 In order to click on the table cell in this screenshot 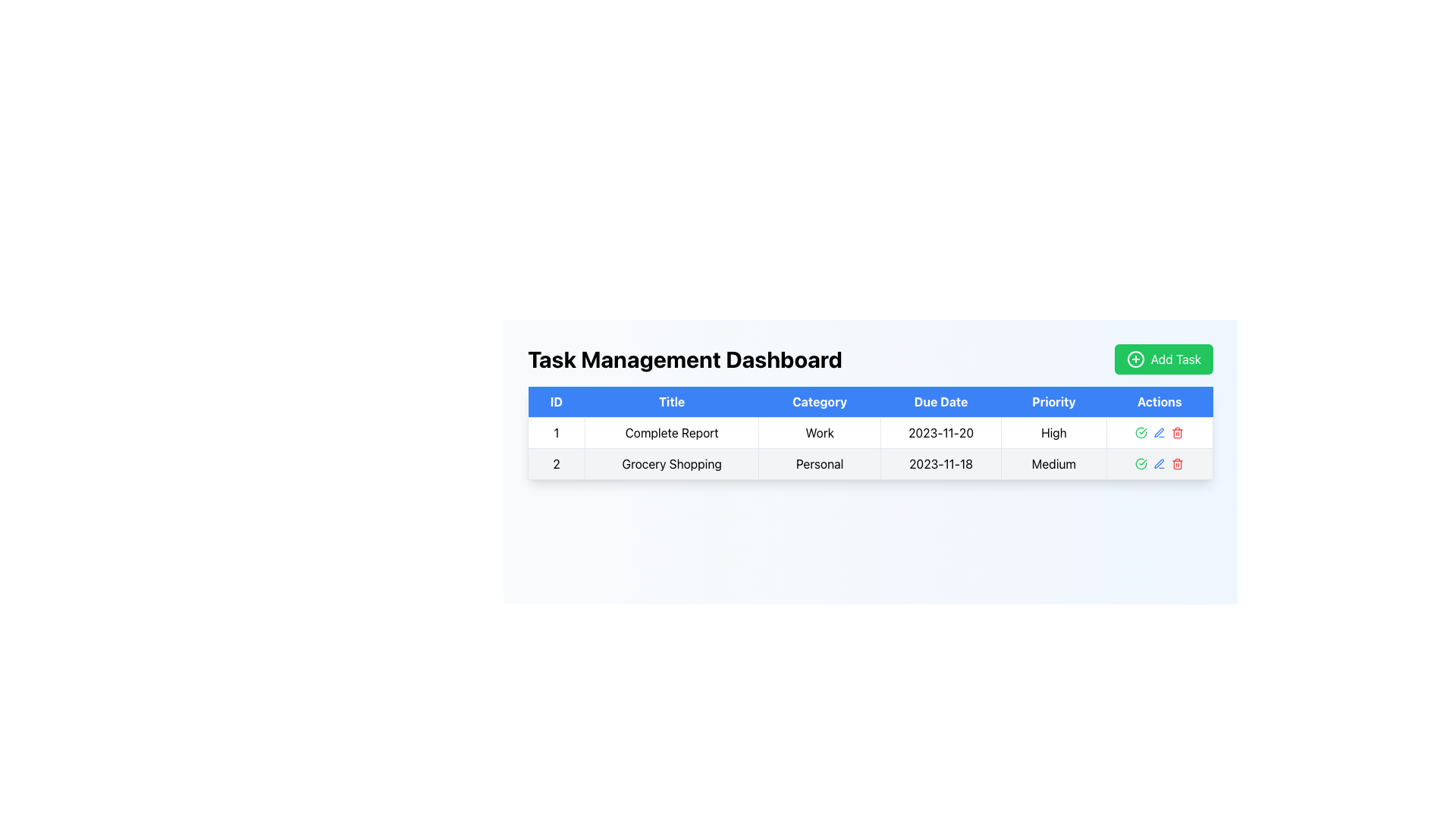, I will do `click(556, 432)`.